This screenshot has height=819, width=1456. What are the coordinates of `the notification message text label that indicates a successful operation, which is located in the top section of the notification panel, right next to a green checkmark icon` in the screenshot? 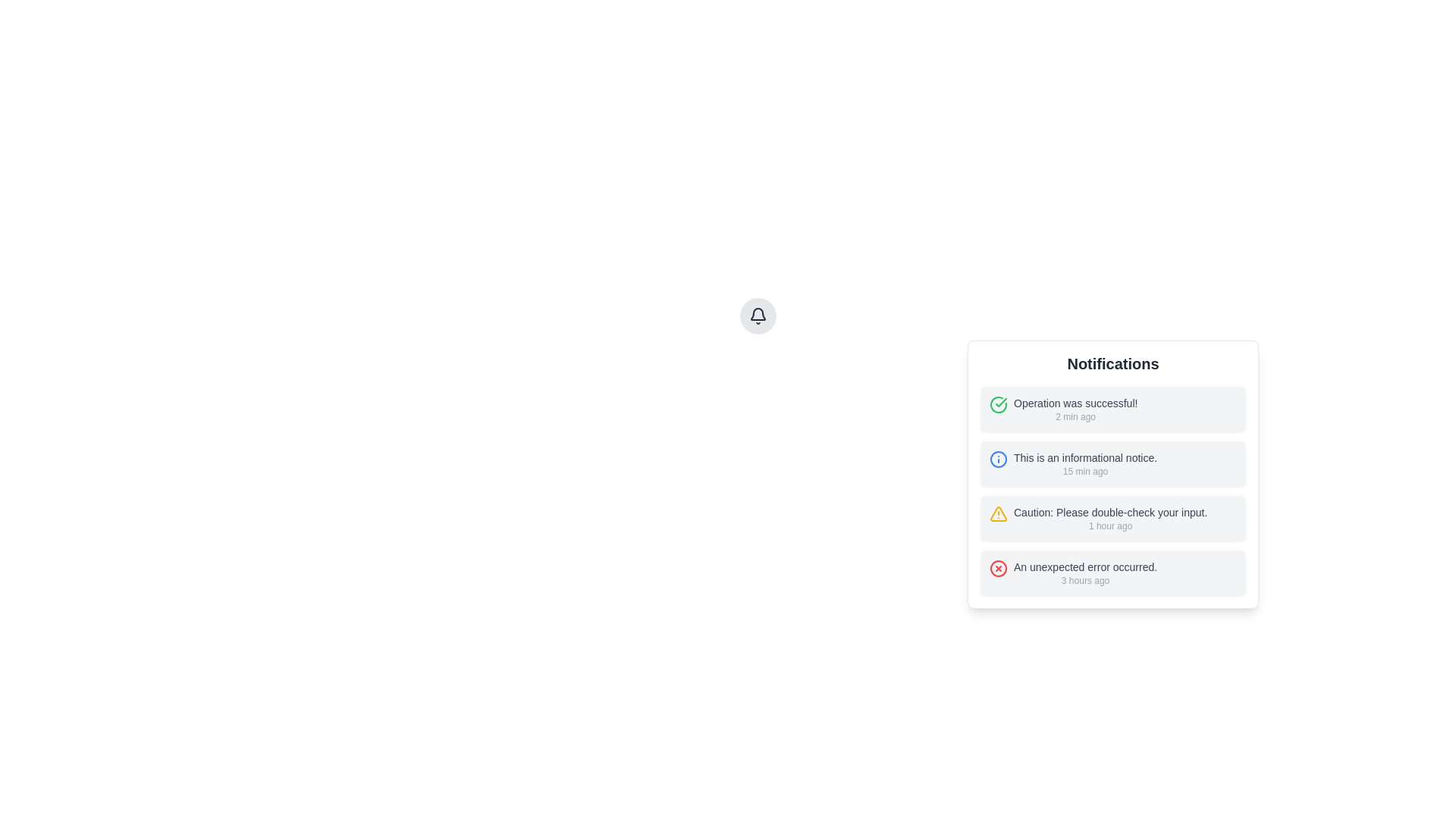 It's located at (1075, 409).